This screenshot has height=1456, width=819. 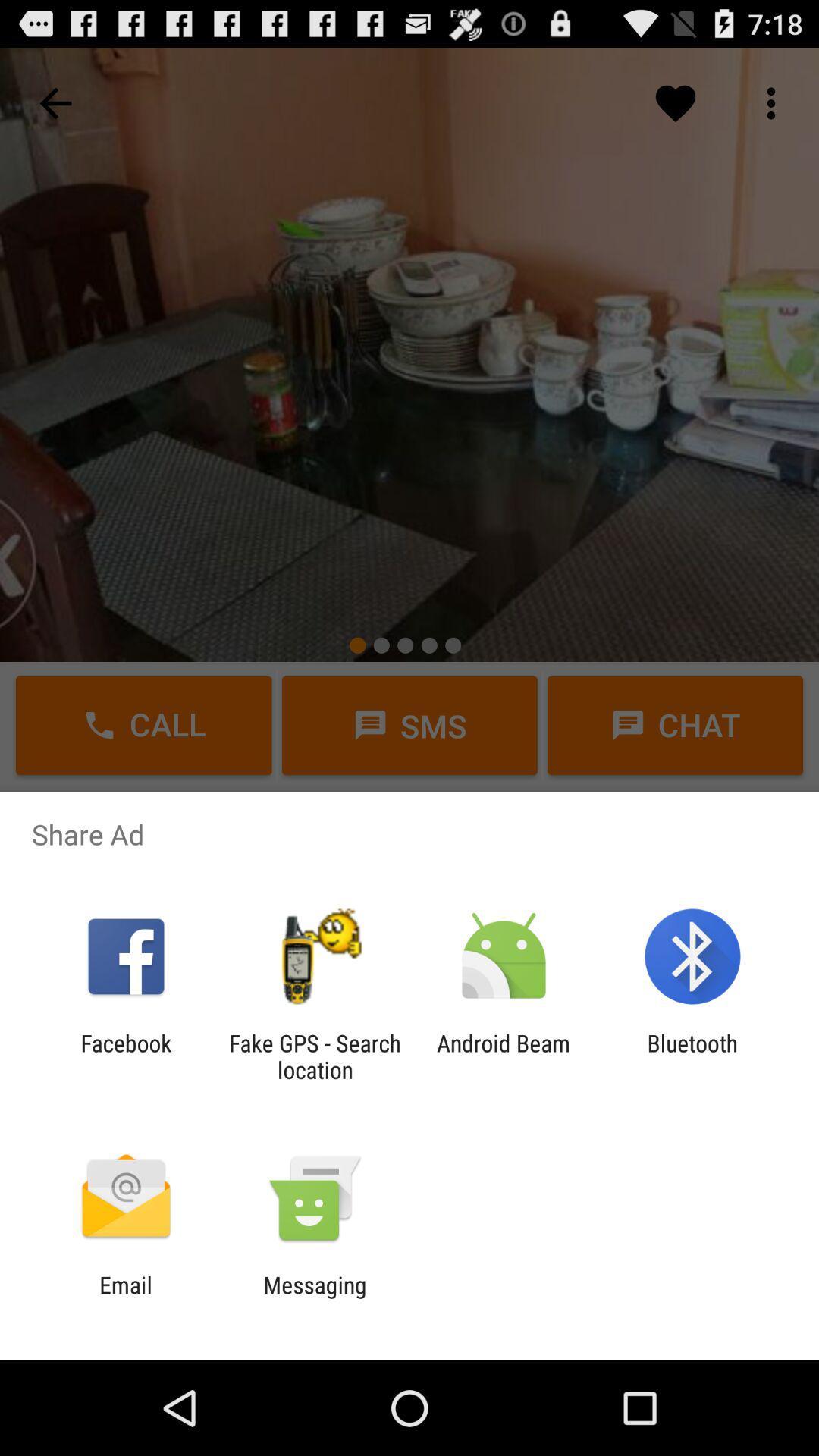 I want to click on android beam item, so click(x=504, y=1056).